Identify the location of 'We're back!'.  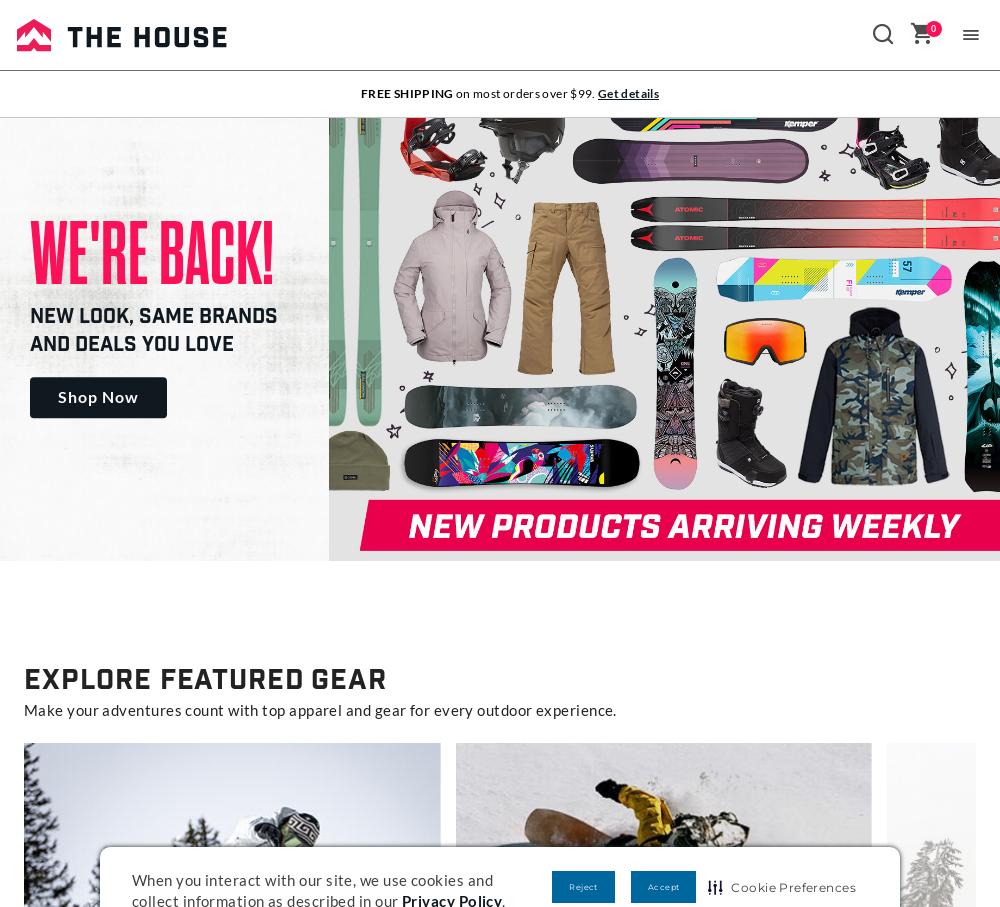
(30, 252).